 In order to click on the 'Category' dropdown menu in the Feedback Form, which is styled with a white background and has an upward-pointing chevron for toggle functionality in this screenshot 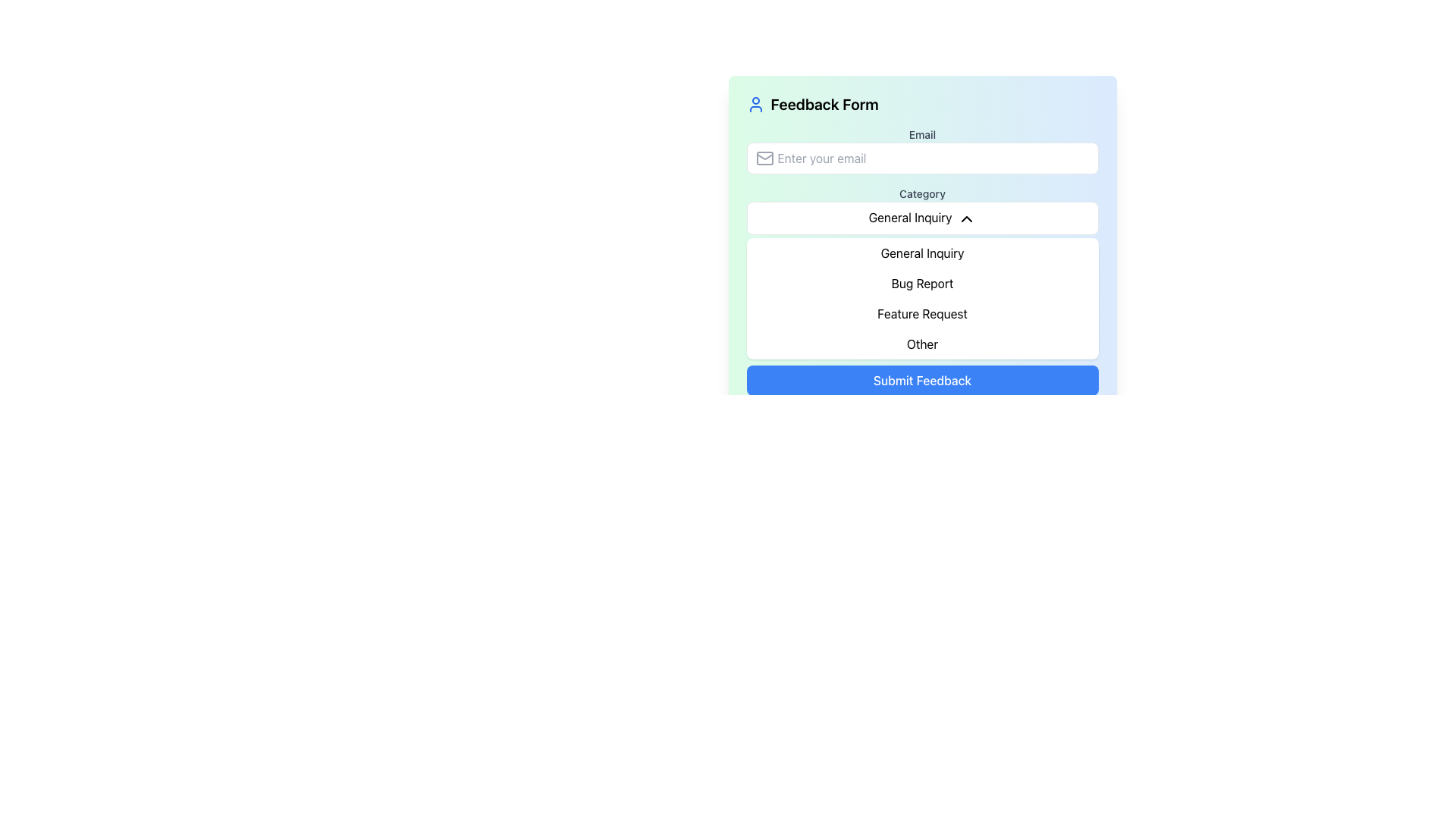, I will do `click(921, 210)`.